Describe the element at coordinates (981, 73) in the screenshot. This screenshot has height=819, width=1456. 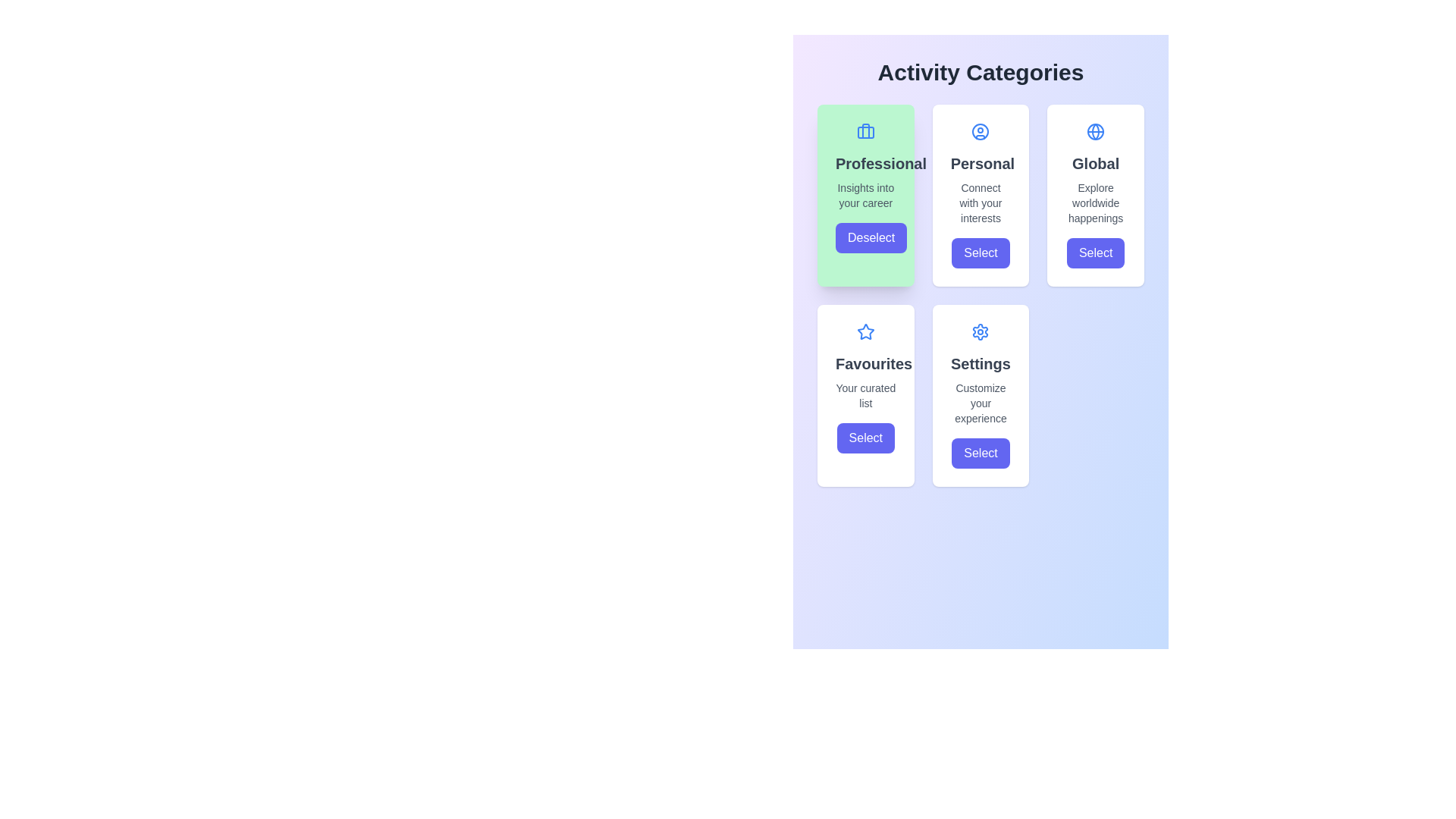
I see `heading text located at the upper boundary of the content area, which introduces the section listing different activity categories` at that location.